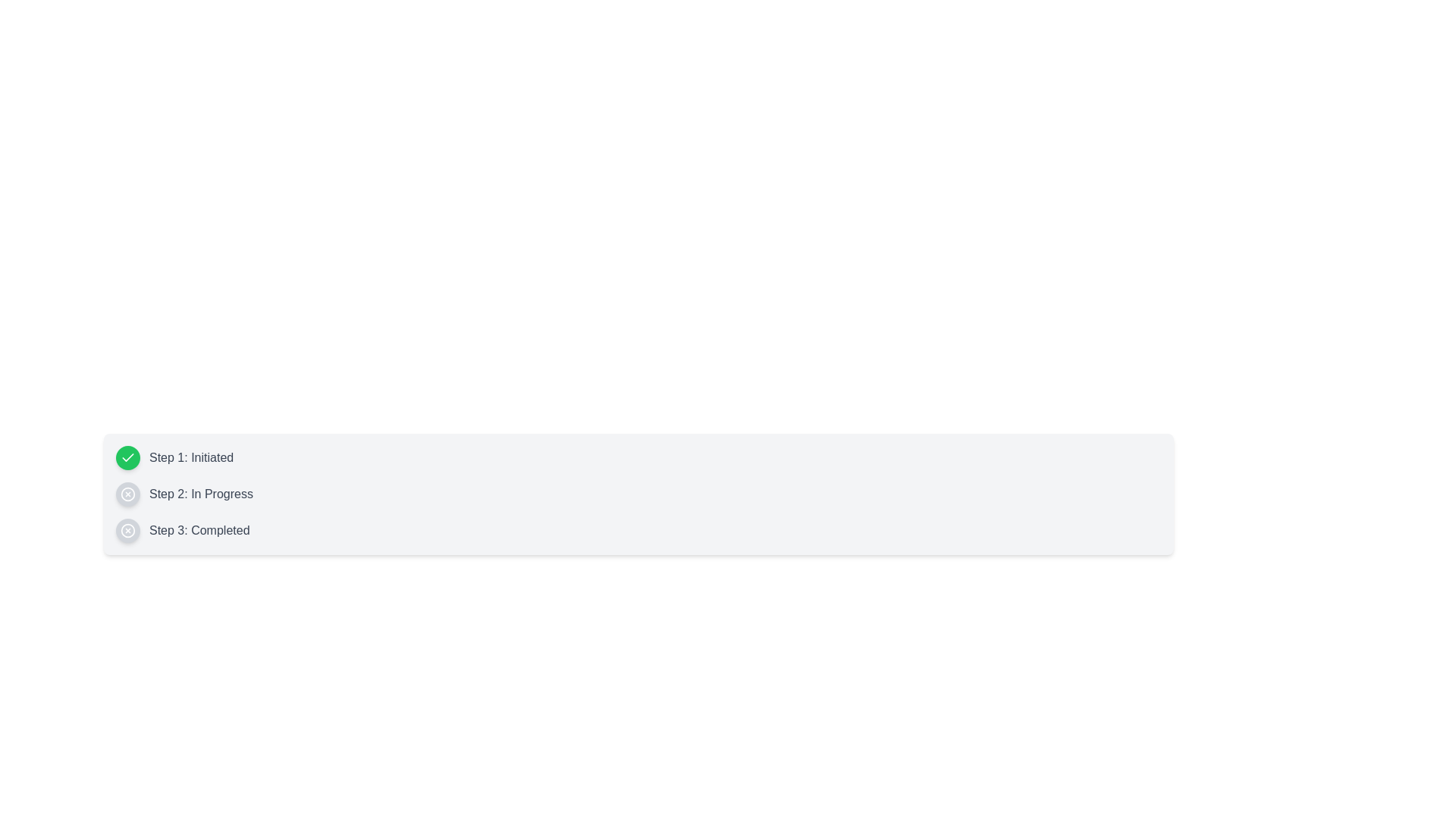 The width and height of the screenshot is (1456, 819). I want to click on the icon located on the right side of the 'Step 3: Completed' item in the step list, so click(127, 529).